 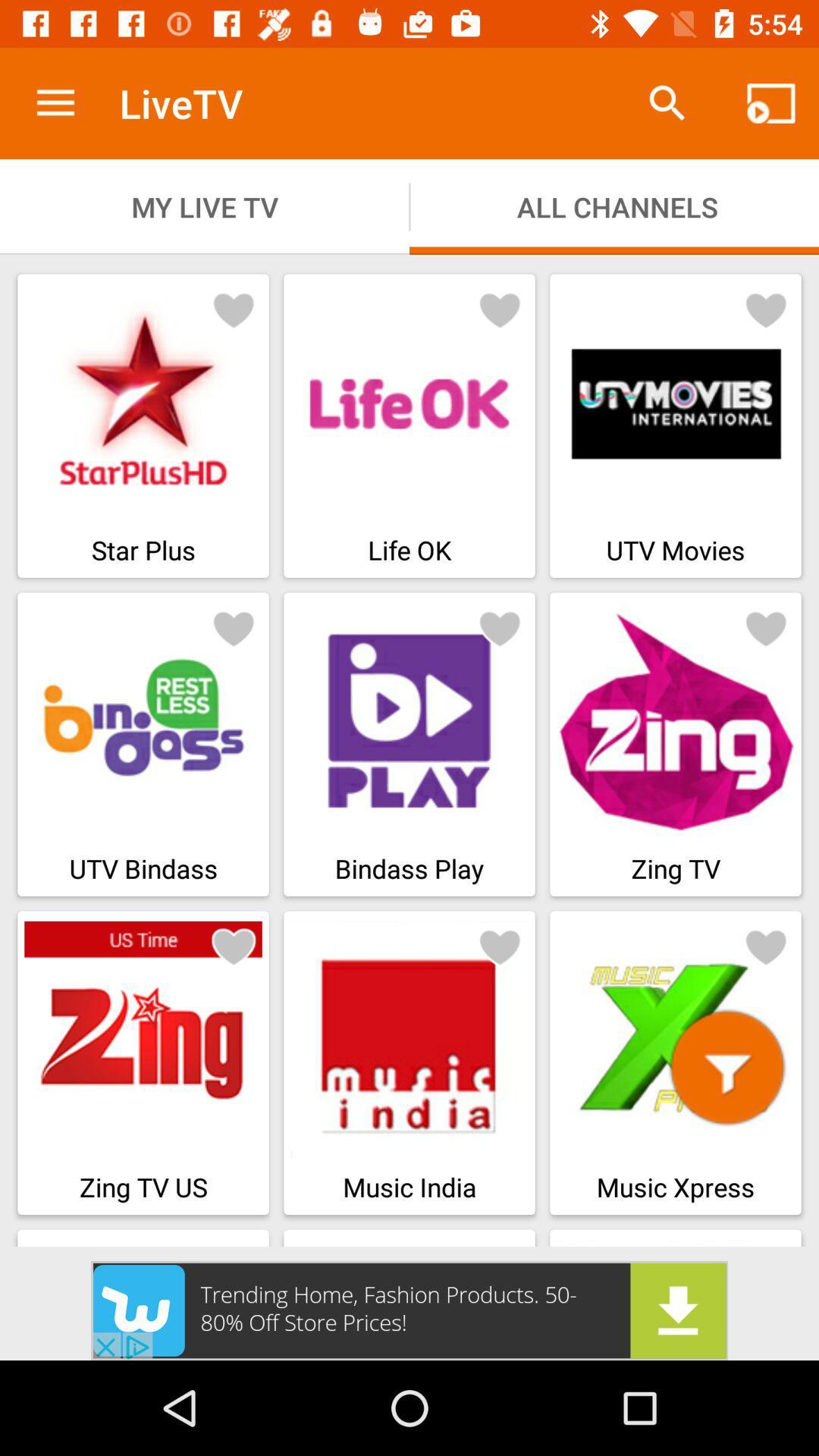 What do you see at coordinates (500, 946) in the screenshot?
I see `like page` at bounding box center [500, 946].